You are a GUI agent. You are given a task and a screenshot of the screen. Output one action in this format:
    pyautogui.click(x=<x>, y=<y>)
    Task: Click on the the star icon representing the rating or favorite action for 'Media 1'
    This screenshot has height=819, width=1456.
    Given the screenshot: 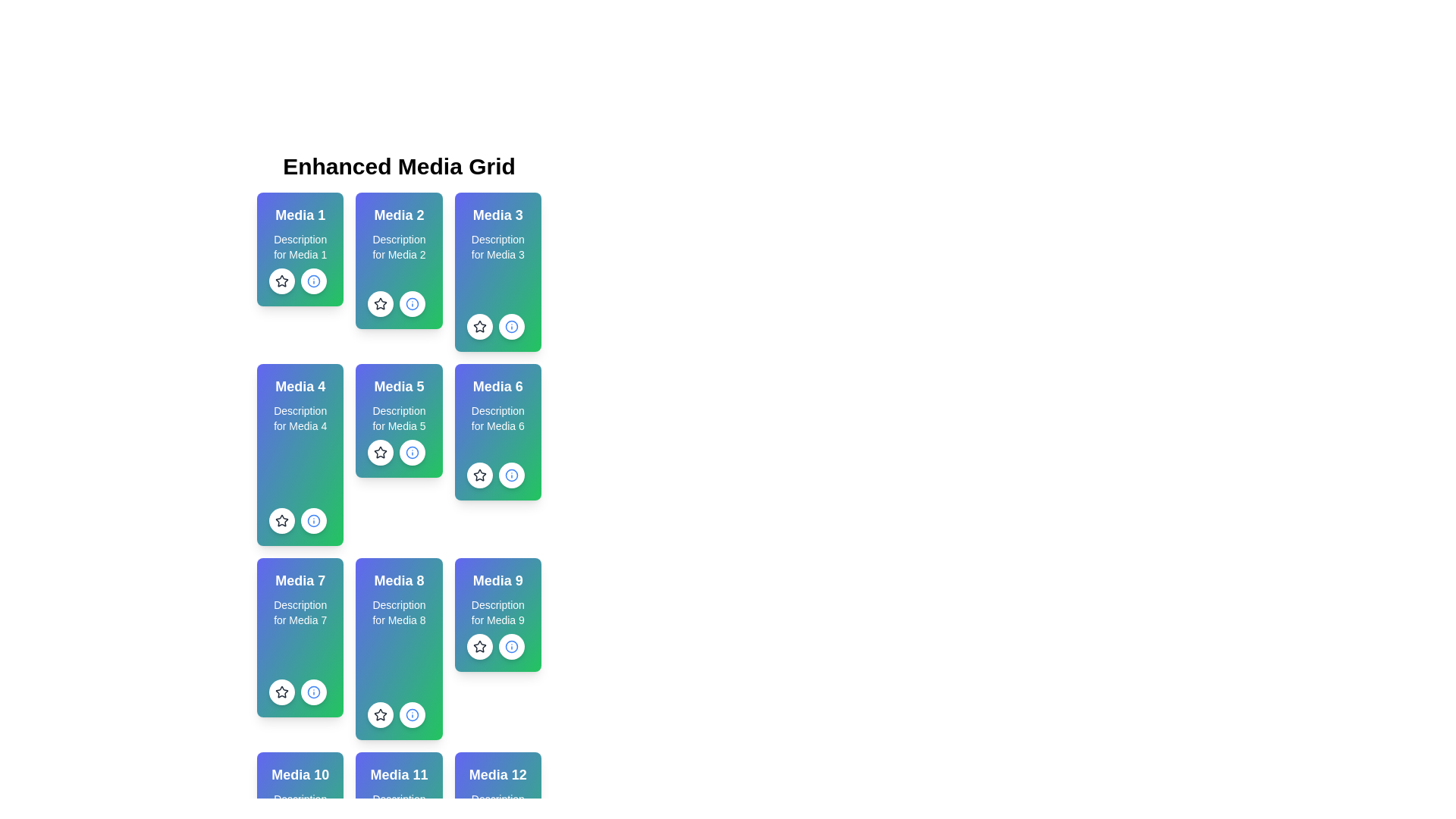 What is the action you would take?
    pyautogui.click(x=282, y=281)
    